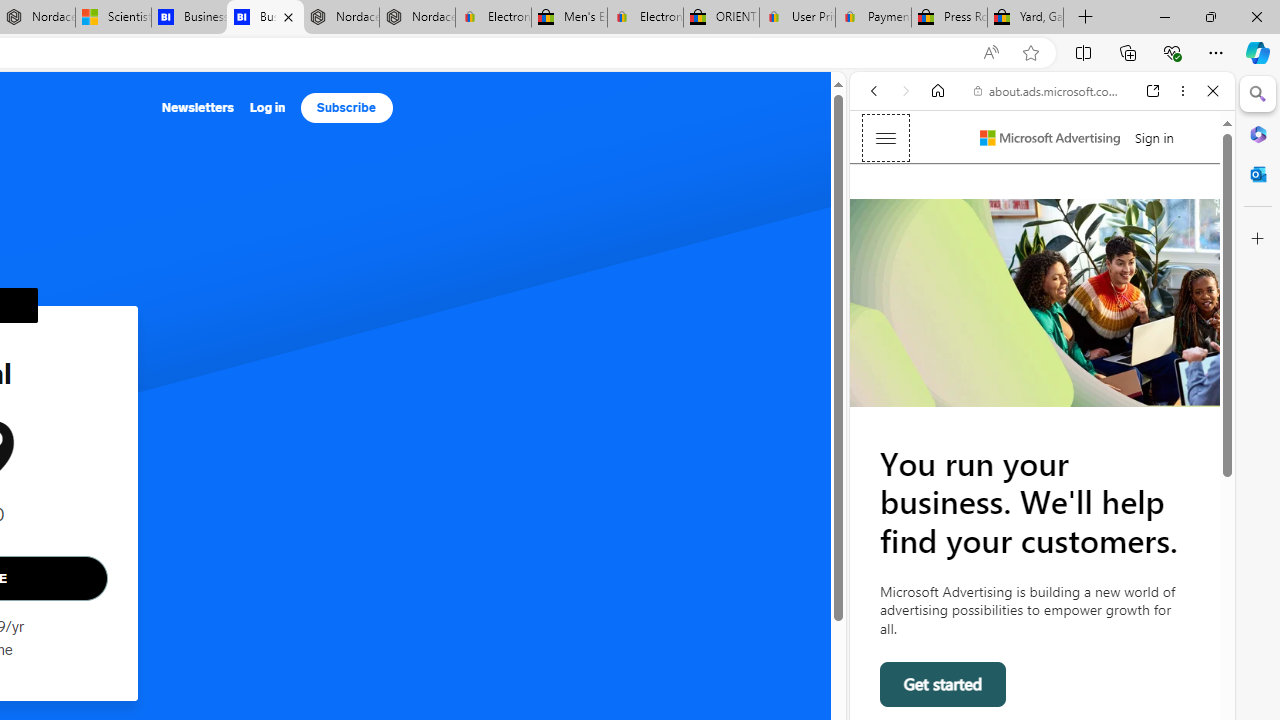  Describe the element at coordinates (199, 108) in the screenshot. I see `'Newsletters'` at that location.